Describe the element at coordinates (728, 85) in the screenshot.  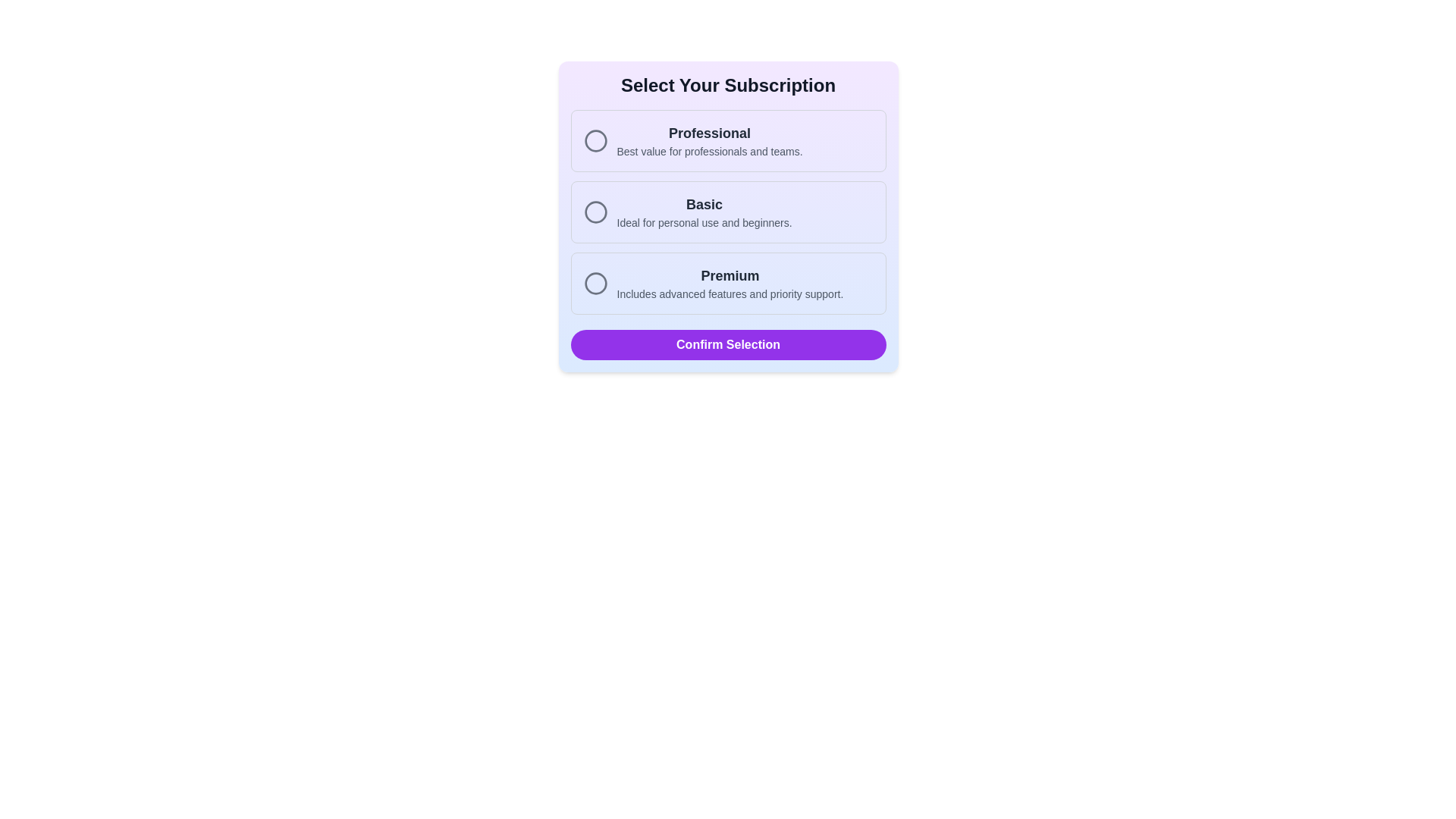
I see `the heading text element that informs users about selecting a subscription type, located at the top of the subscription selection panel` at that location.